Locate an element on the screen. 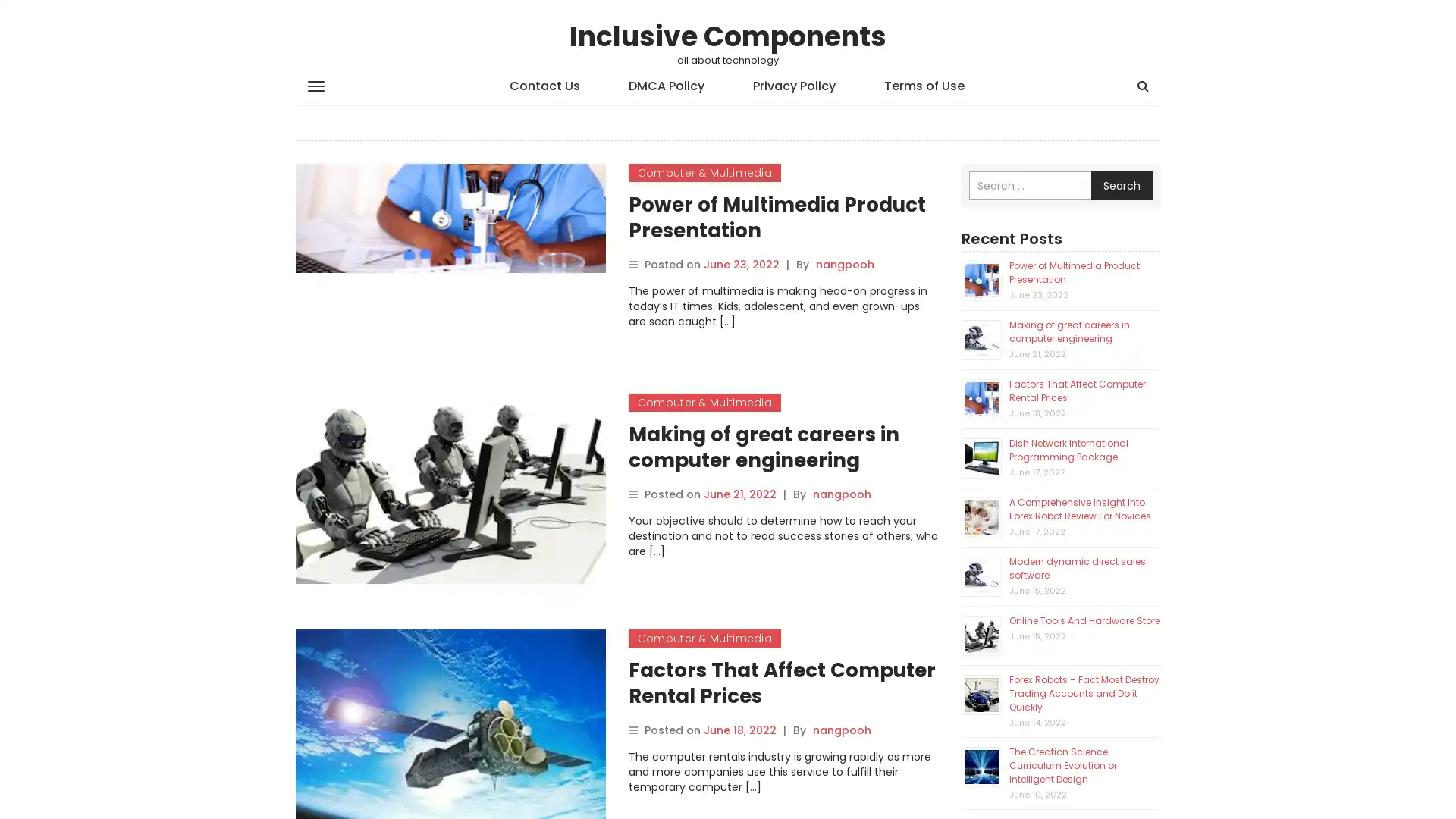  Search is located at coordinates (1122, 185).